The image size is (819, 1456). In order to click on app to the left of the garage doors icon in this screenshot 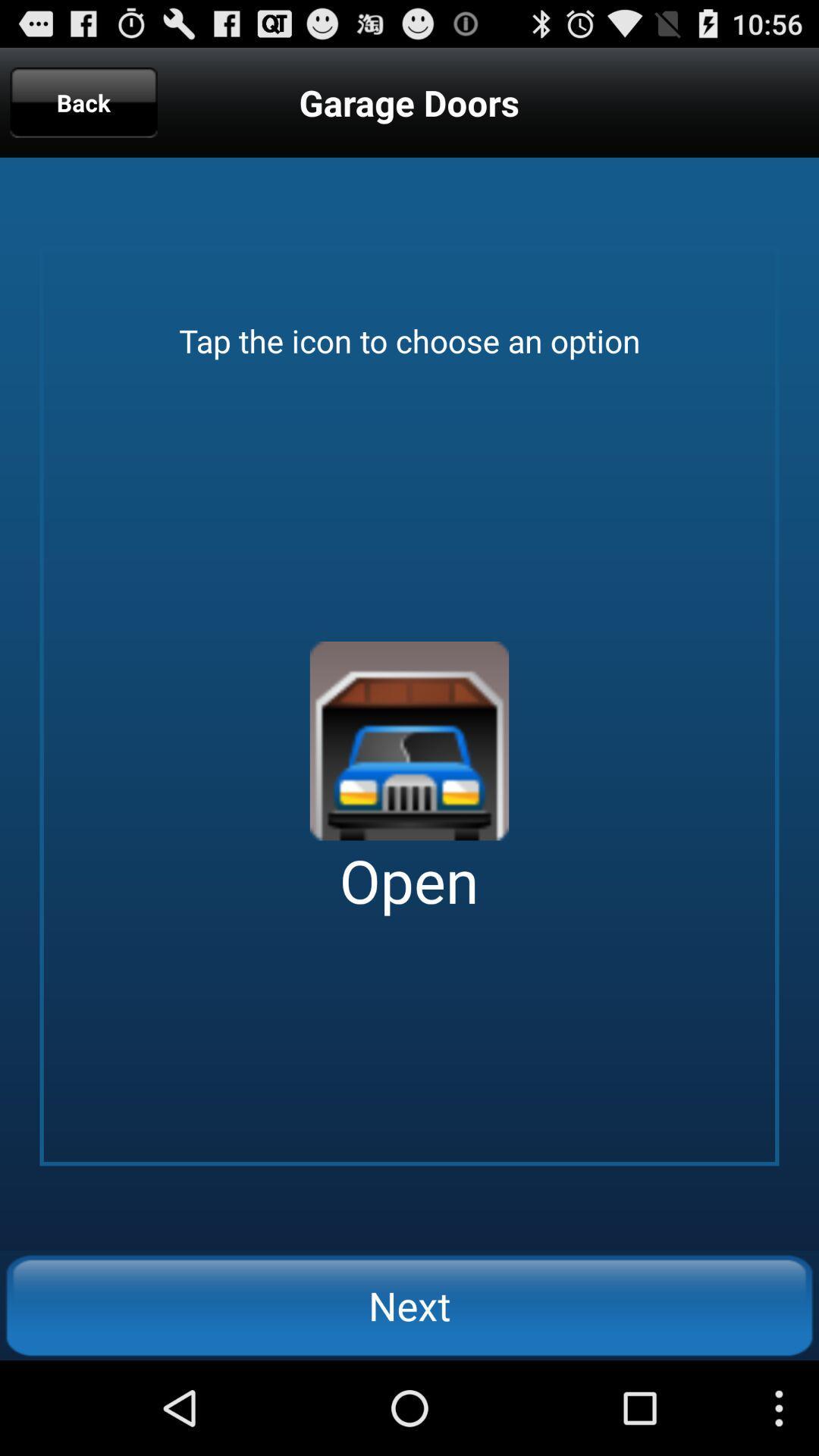, I will do `click(83, 102)`.